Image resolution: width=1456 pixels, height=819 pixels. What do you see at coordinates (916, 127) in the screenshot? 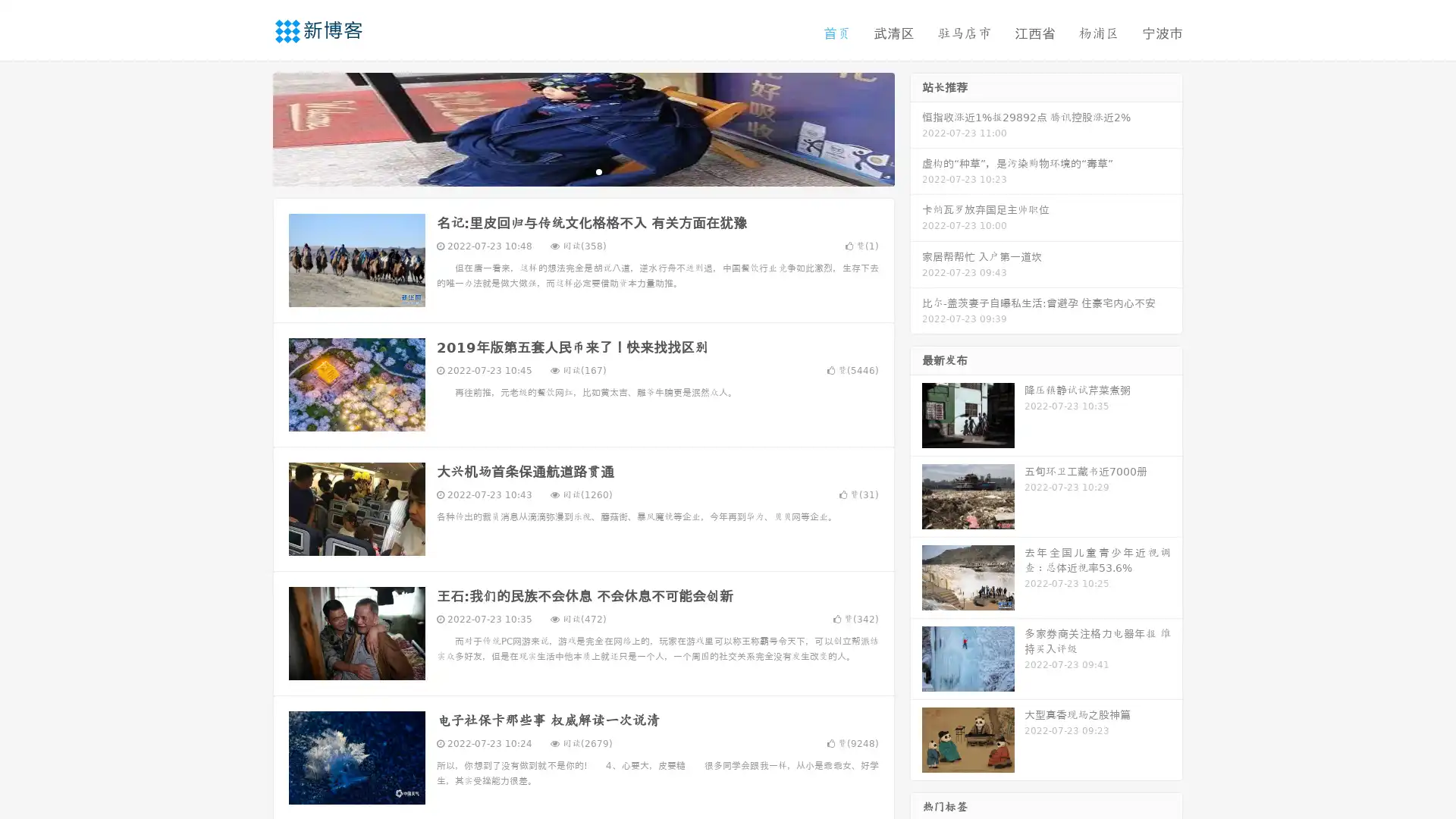
I see `Next slide` at bounding box center [916, 127].